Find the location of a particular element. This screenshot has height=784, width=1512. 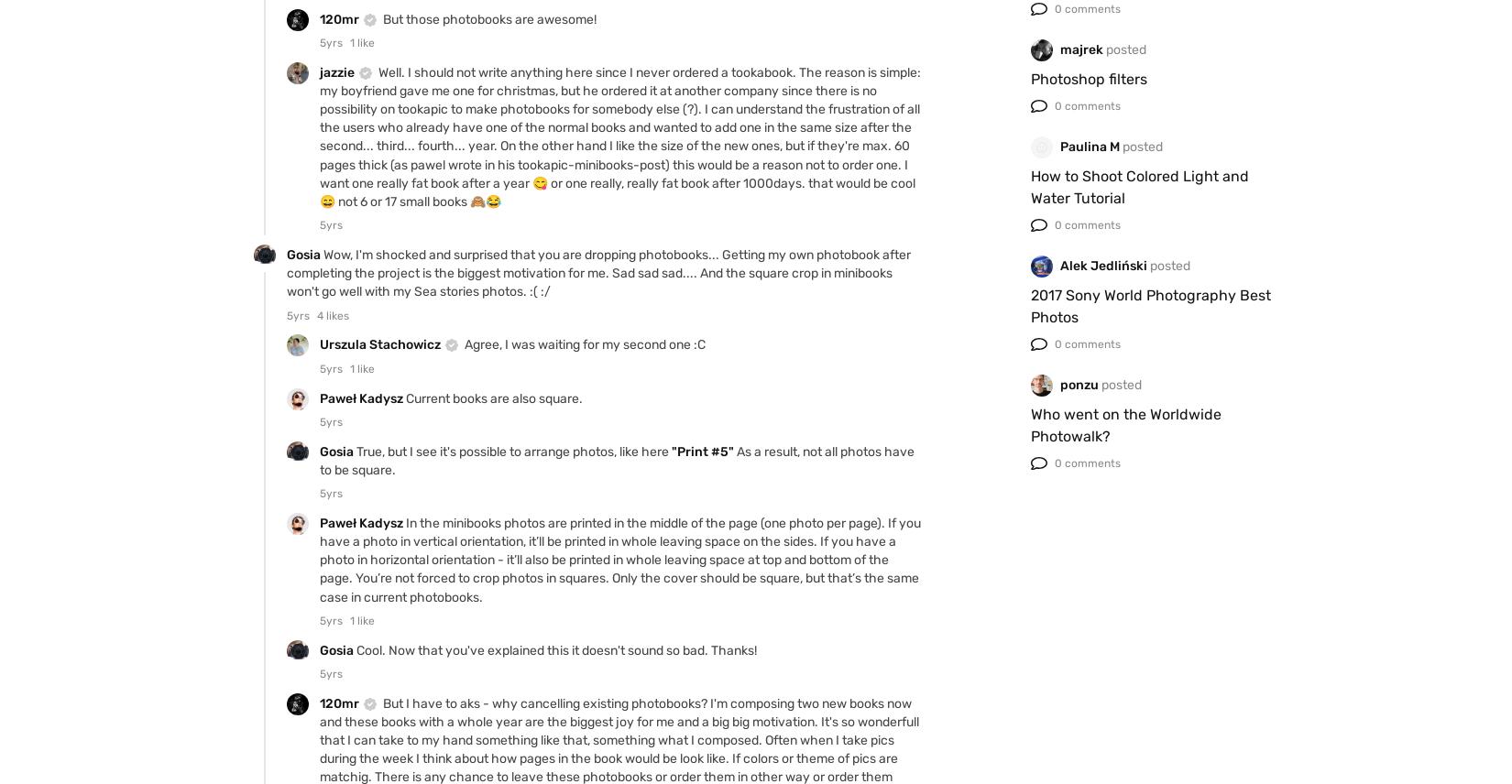

'Photoshop filters' is located at coordinates (1089, 78).